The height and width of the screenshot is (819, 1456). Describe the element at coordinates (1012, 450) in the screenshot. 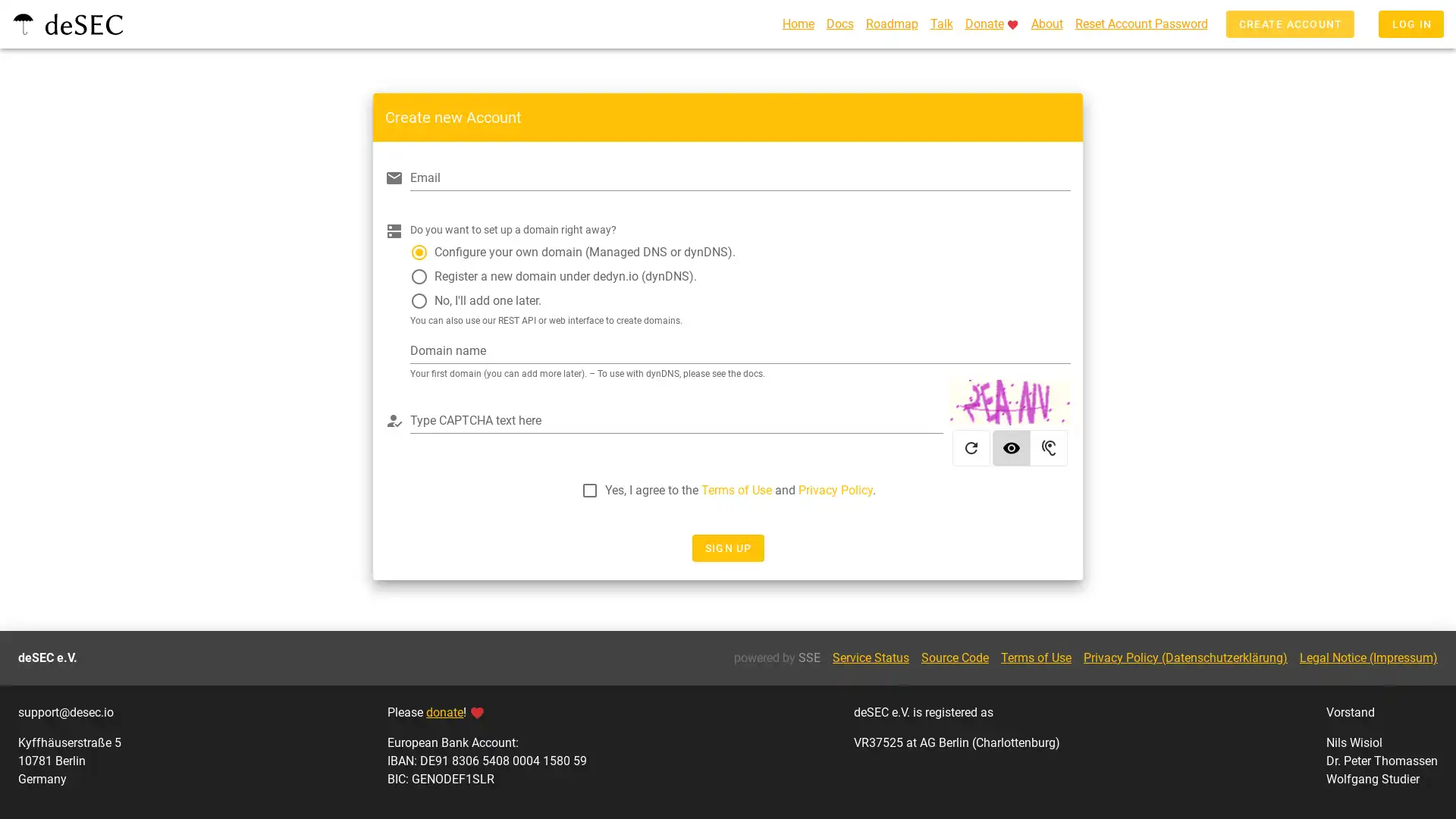

I see `Switch to Image CAPTCHA` at that location.